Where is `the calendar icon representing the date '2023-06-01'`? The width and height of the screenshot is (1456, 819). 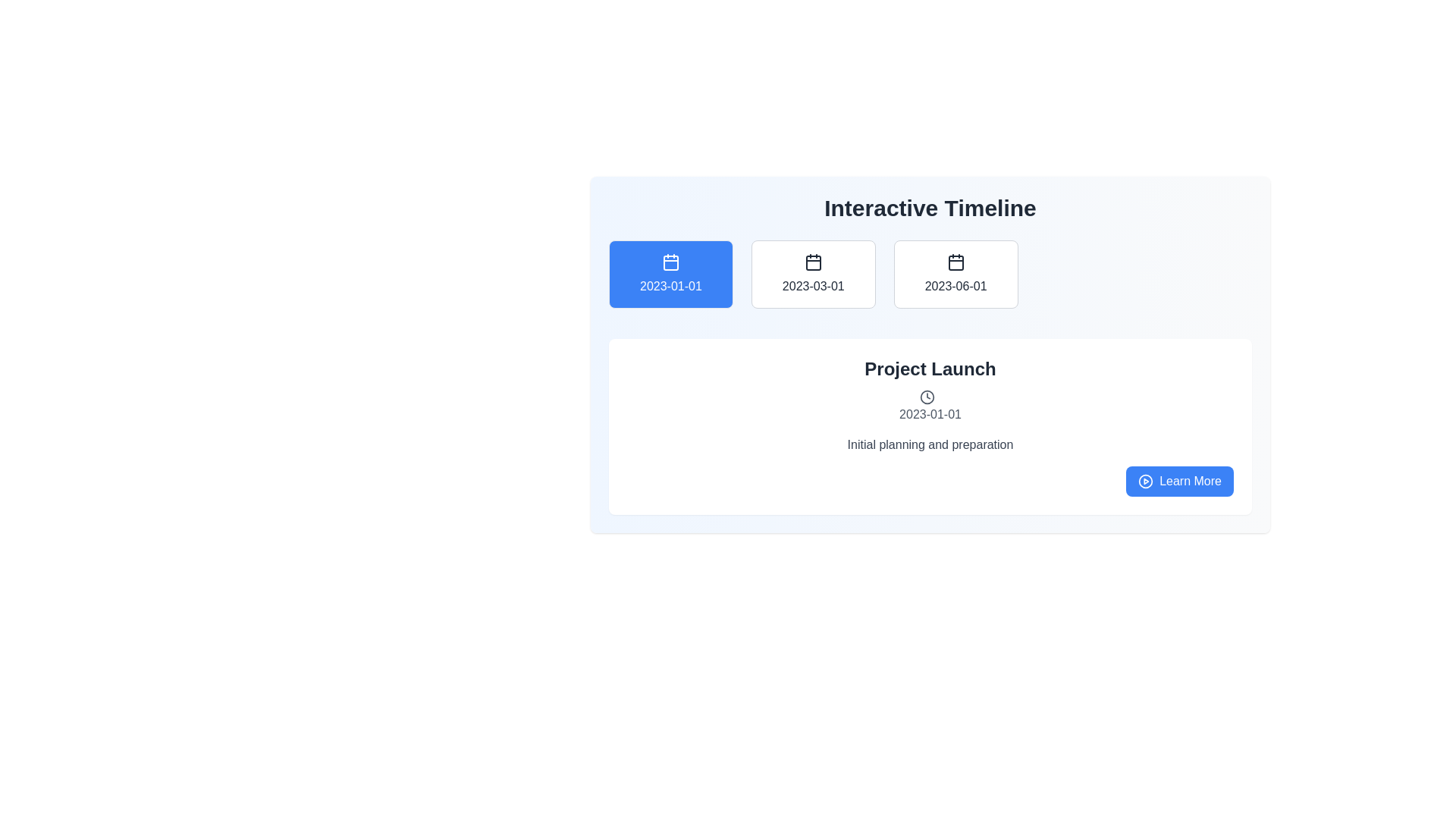
the calendar icon representing the date '2023-06-01' is located at coordinates (955, 262).